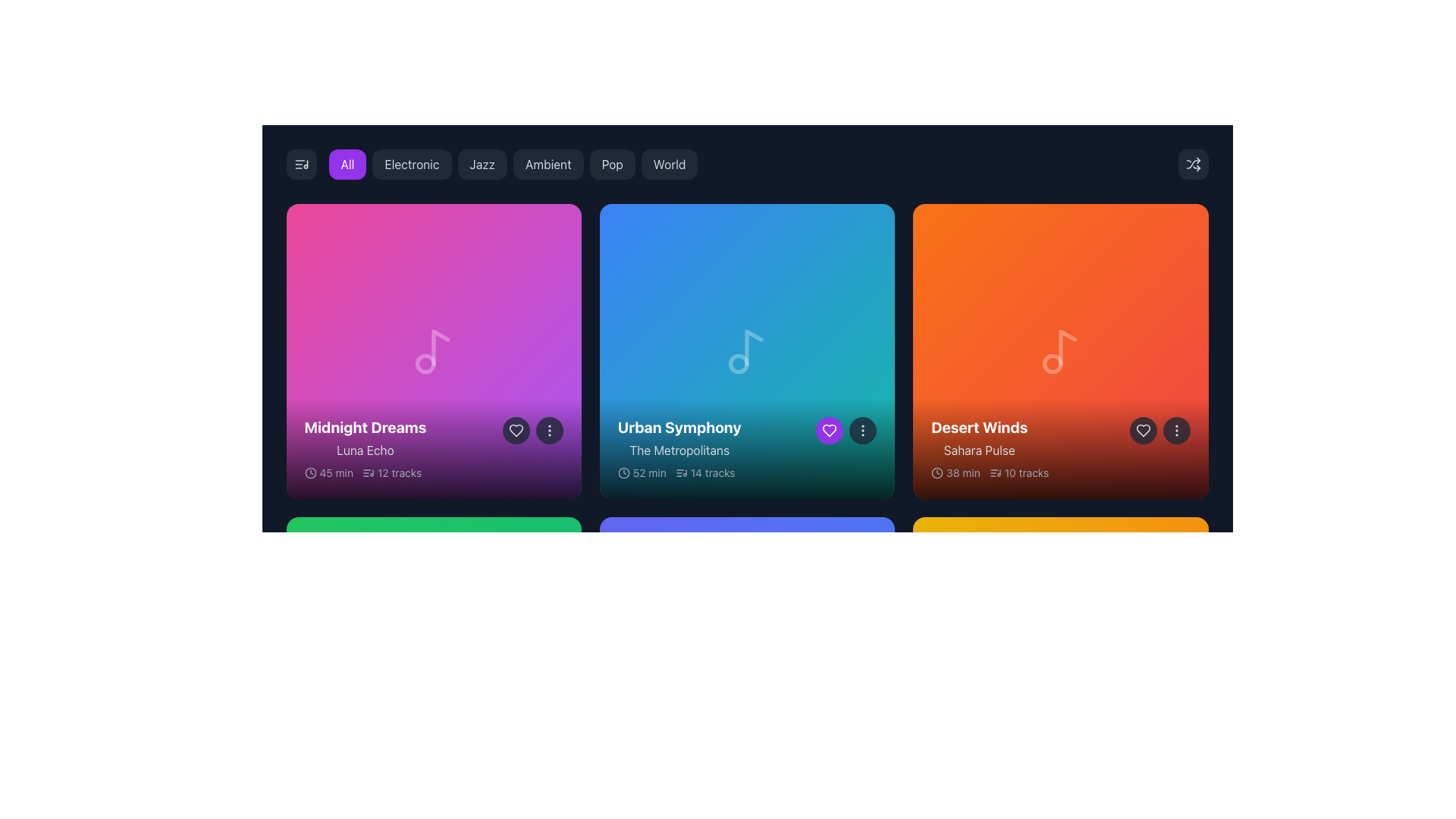 The image size is (1456, 819). I want to click on the larger circular icon representing the clock face, which has a thin border and is part of the SVG illustration for 'Desert Winds', so click(937, 472).